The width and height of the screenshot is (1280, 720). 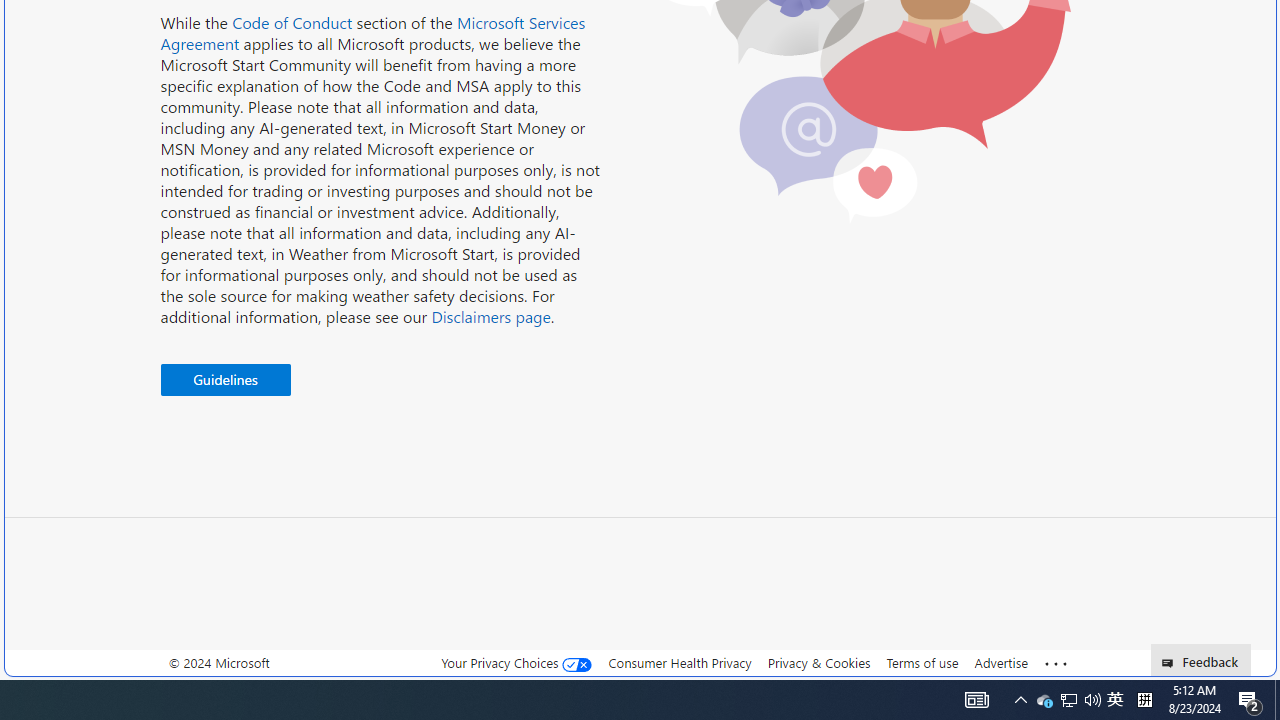 What do you see at coordinates (291, 22) in the screenshot?
I see `'Code of Conduct'` at bounding box center [291, 22].